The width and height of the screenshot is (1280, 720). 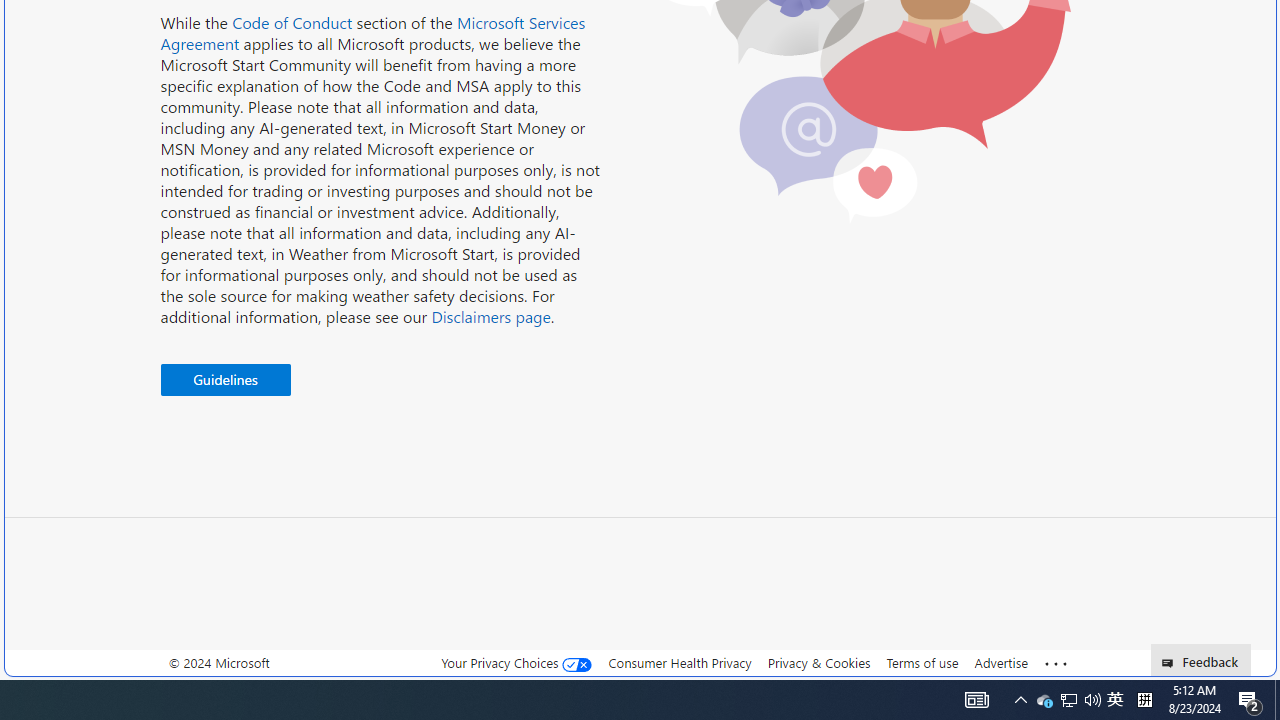 What do you see at coordinates (291, 22) in the screenshot?
I see `'Code of Conduct'` at bounding box center [291, 22].